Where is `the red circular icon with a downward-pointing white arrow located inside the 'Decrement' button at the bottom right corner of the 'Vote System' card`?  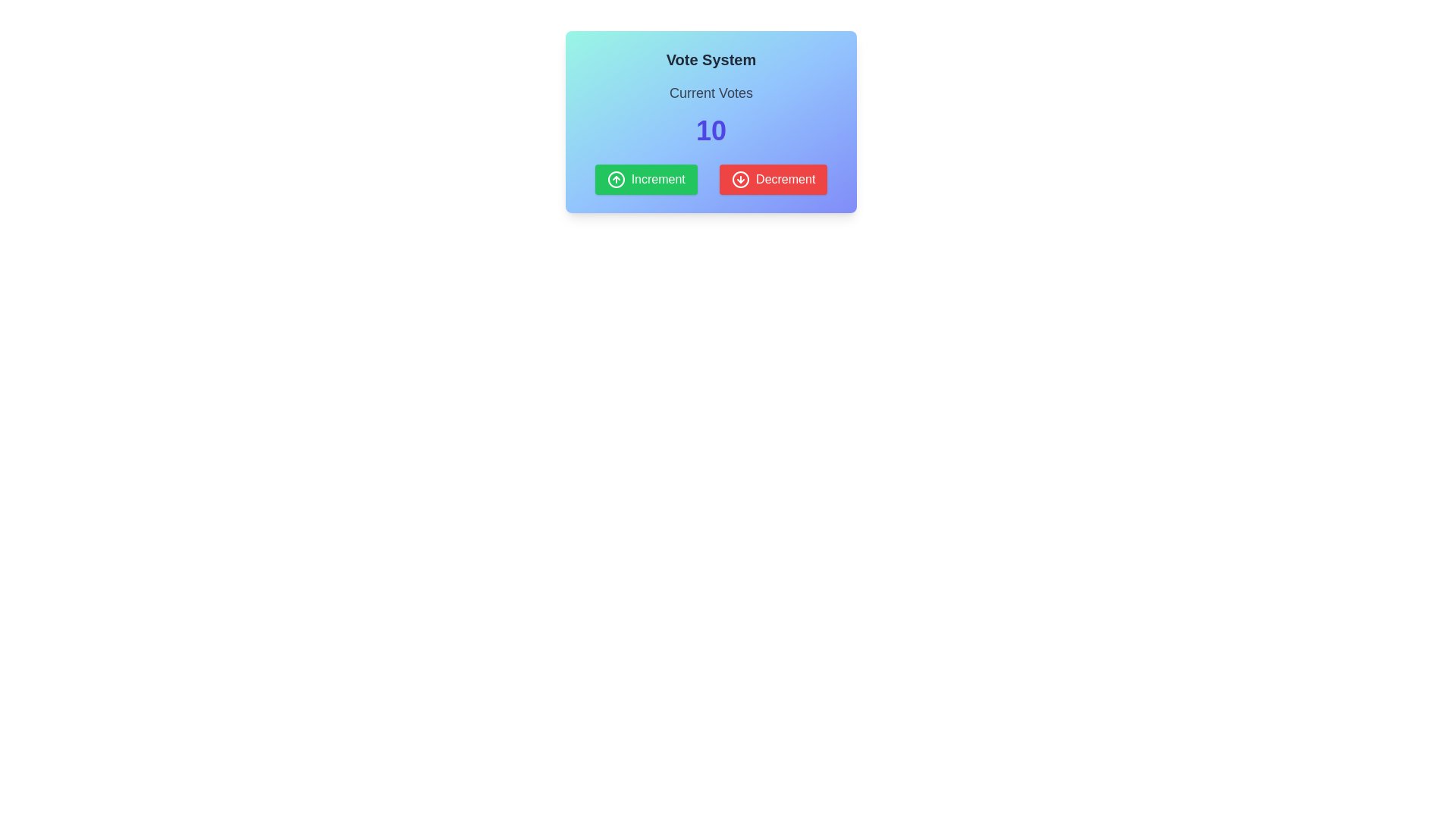
the red circular icon with a downward-pointing white arrow located inside the 'Decrement' button at the bottom right corner of the 'Vote System' card is located at coordinates (741, 178).